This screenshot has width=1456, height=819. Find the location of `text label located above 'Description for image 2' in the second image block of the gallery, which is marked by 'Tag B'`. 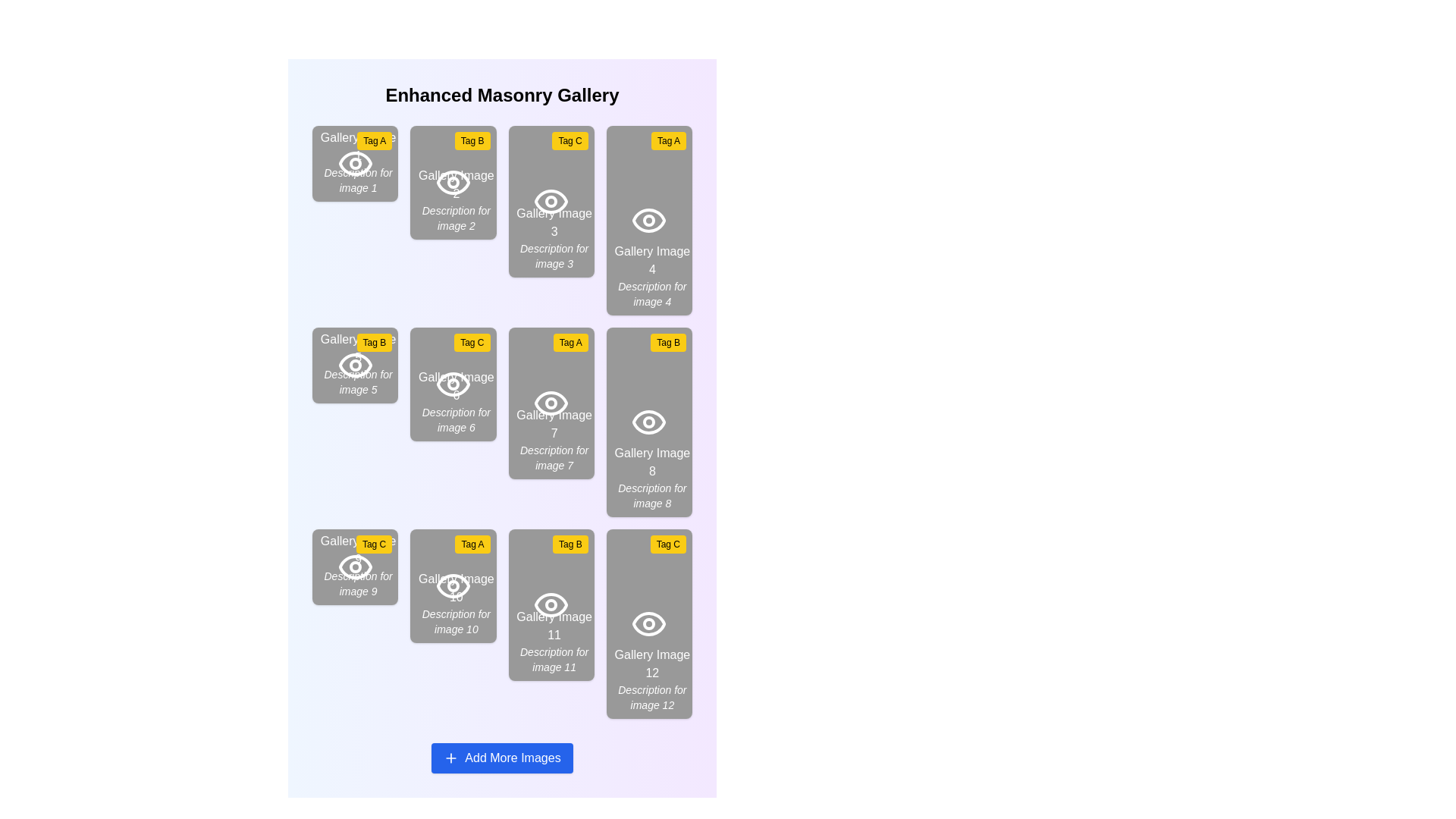

text label located above 'Description for image 2' in the second image block of the gallery, which is marked by 'Tag B' is located at coordinates (455, 184).